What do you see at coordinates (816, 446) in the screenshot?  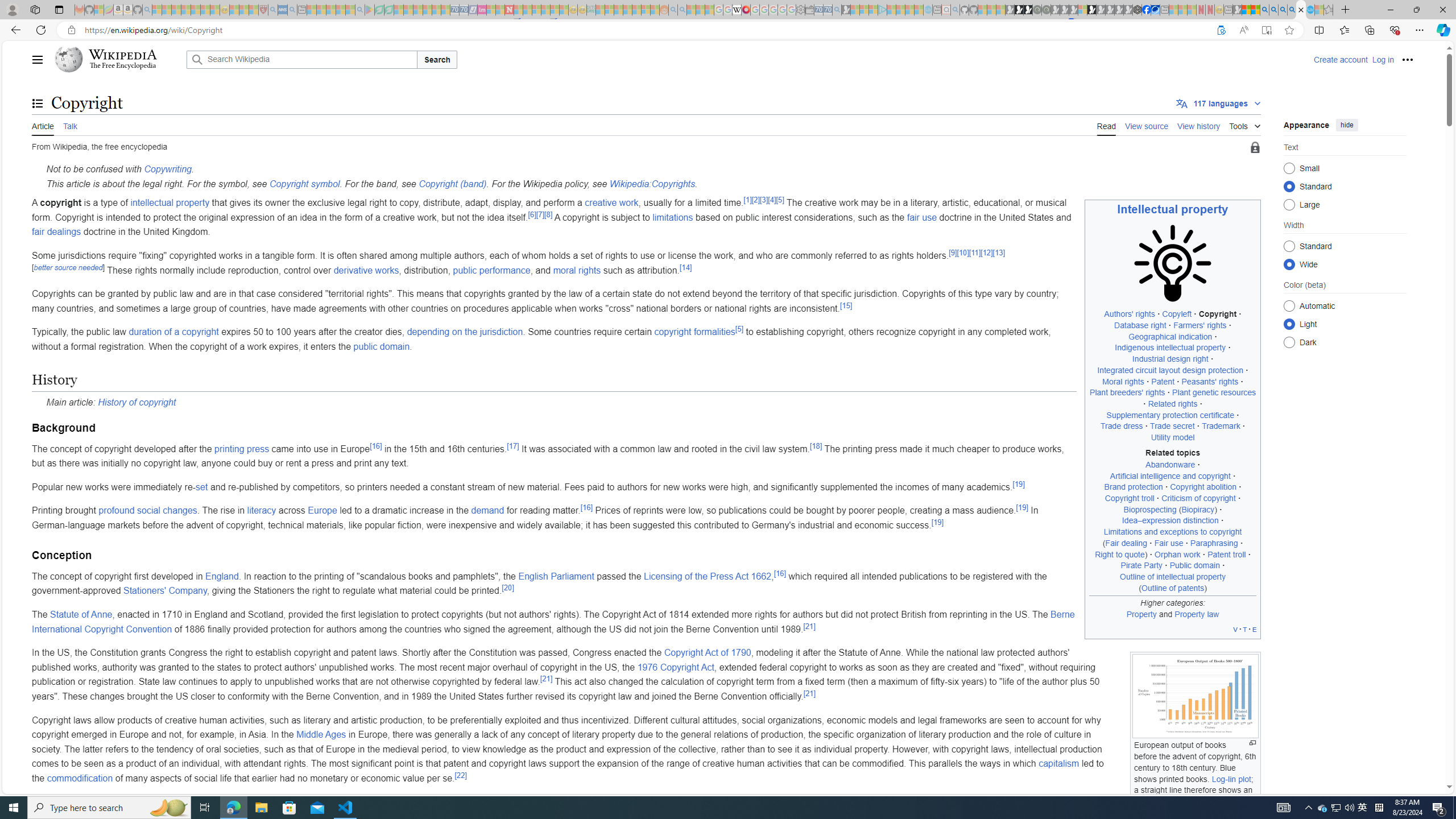 I see `'[18]'` at bounding box center [816, 446].